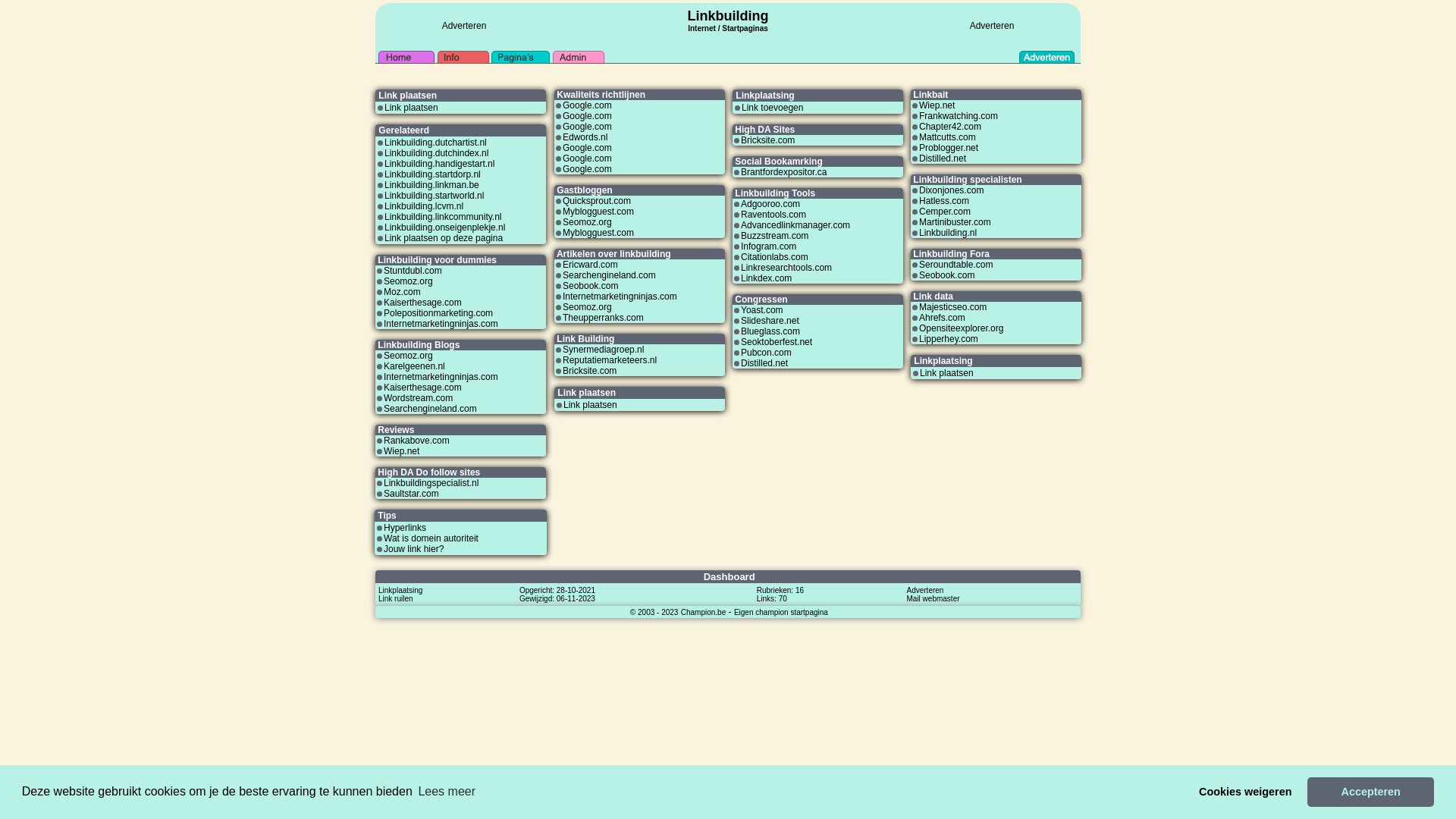 This screenshot has width=1456, height=819. I want to click on 'Majesticseo.com', so click(952, 307).